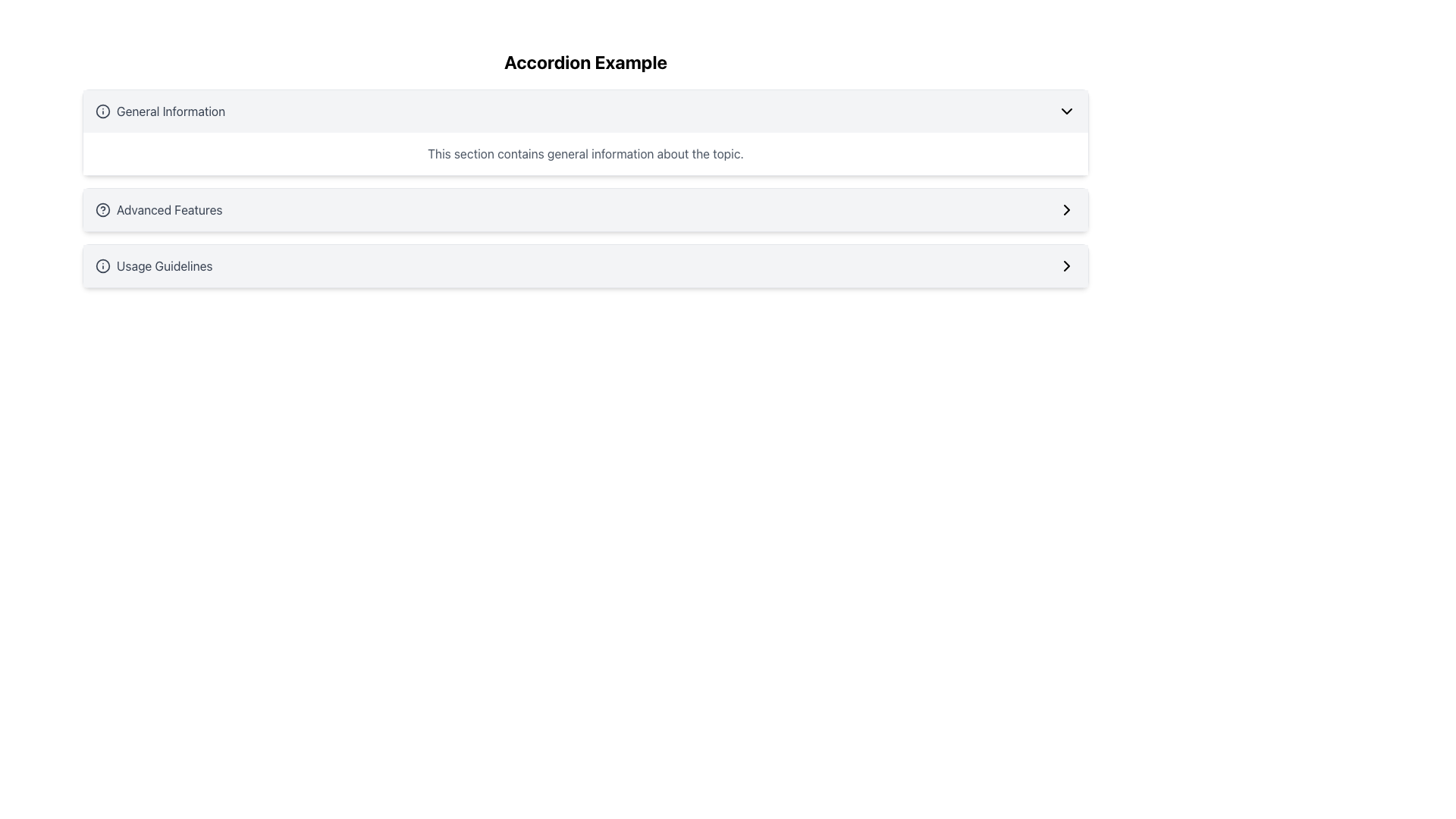 This screenshot has width=1456, height=819. Describe the element at coordinates (169, 210) in the screenshot. I see `the Text Label that serves as the label for the second accordion item, positioned to the right of a question mark icon` at that location.